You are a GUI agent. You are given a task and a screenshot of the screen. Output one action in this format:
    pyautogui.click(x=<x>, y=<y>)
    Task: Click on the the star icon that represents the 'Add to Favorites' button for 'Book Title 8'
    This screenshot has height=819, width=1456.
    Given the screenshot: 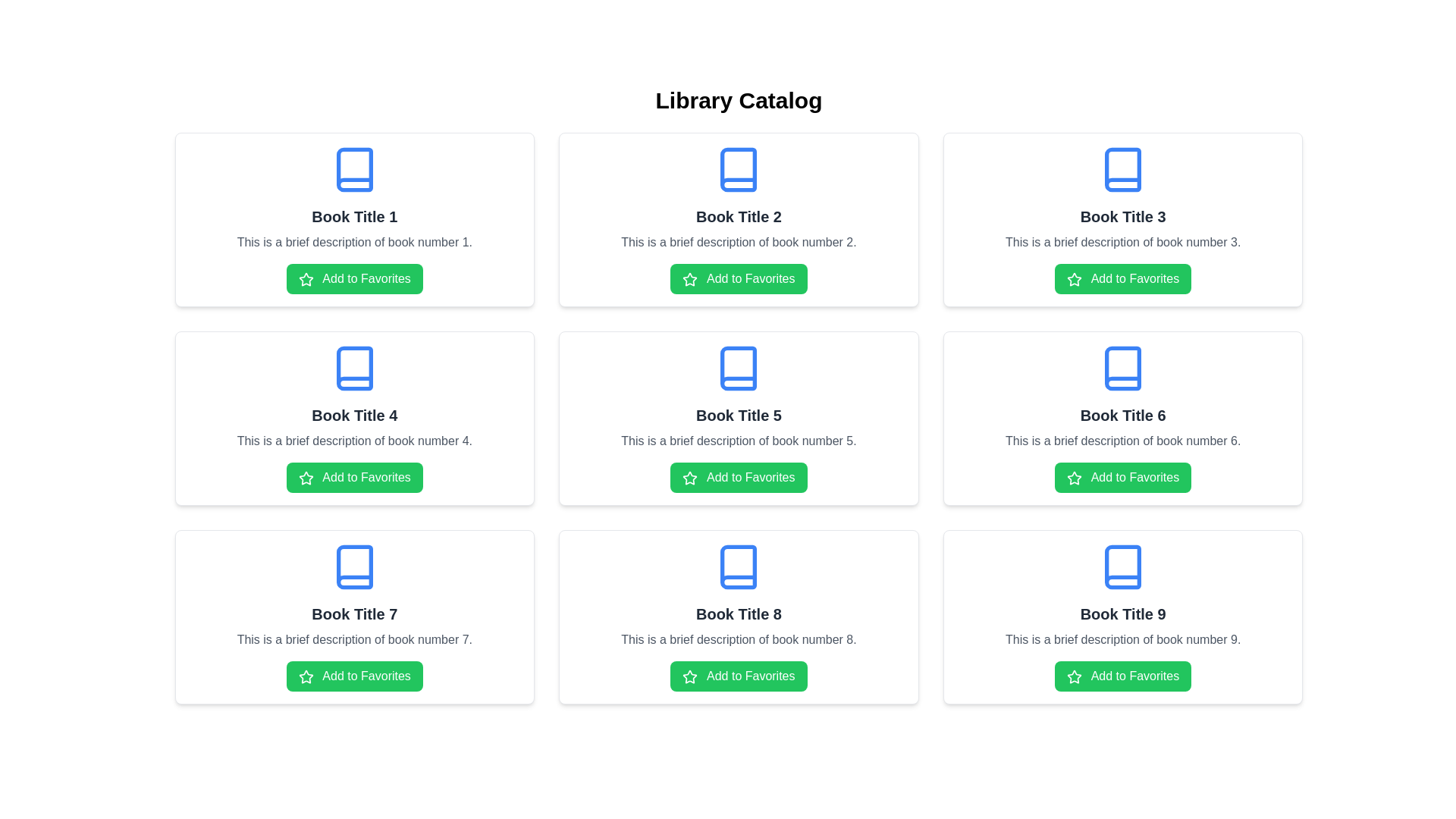 What is the action you would take?
    pyautogui.click(x=689, y=676)
    